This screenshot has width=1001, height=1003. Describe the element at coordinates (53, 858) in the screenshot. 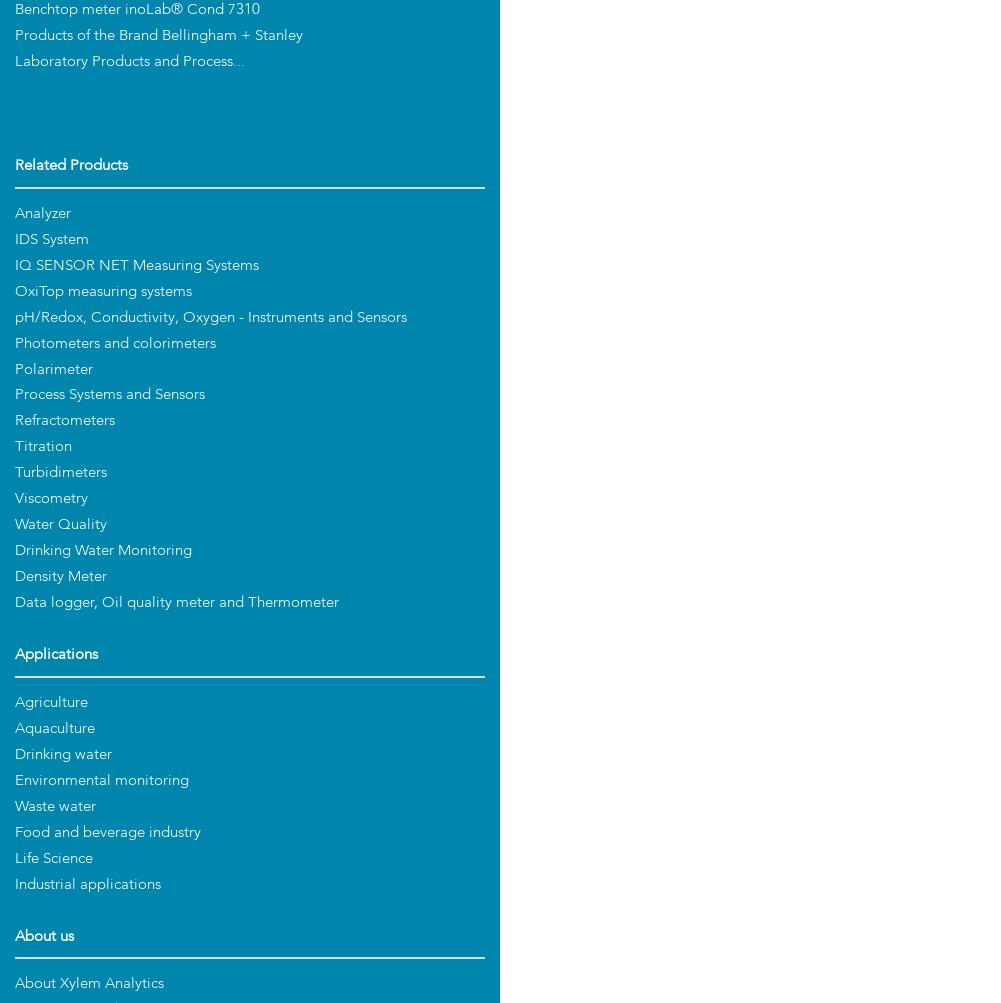

I see `'Life Science'` at that location.